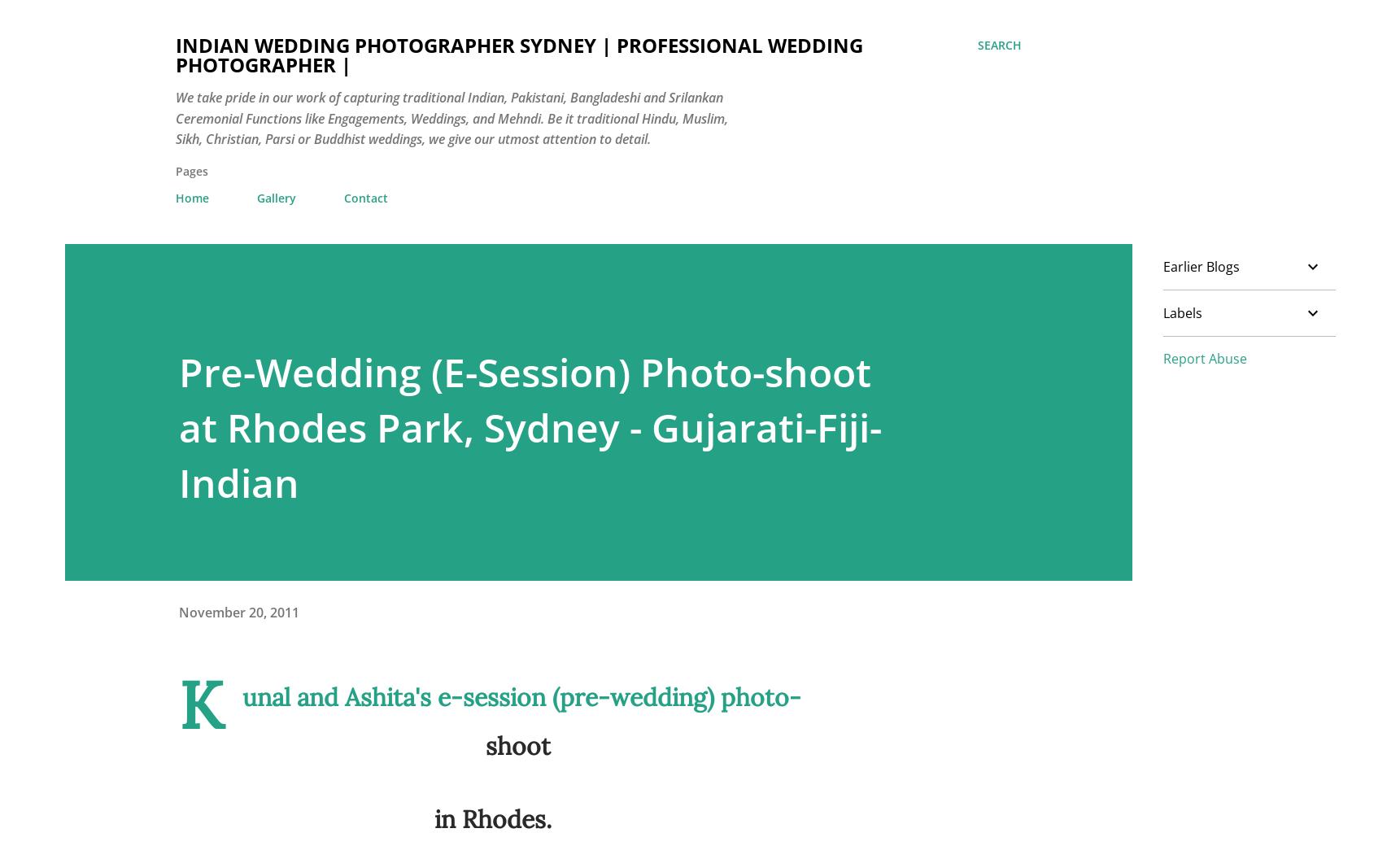 Image resolution: width=1400 pixels, height=846 pixels. I want to click on 'gujarati', so click(894, 822).